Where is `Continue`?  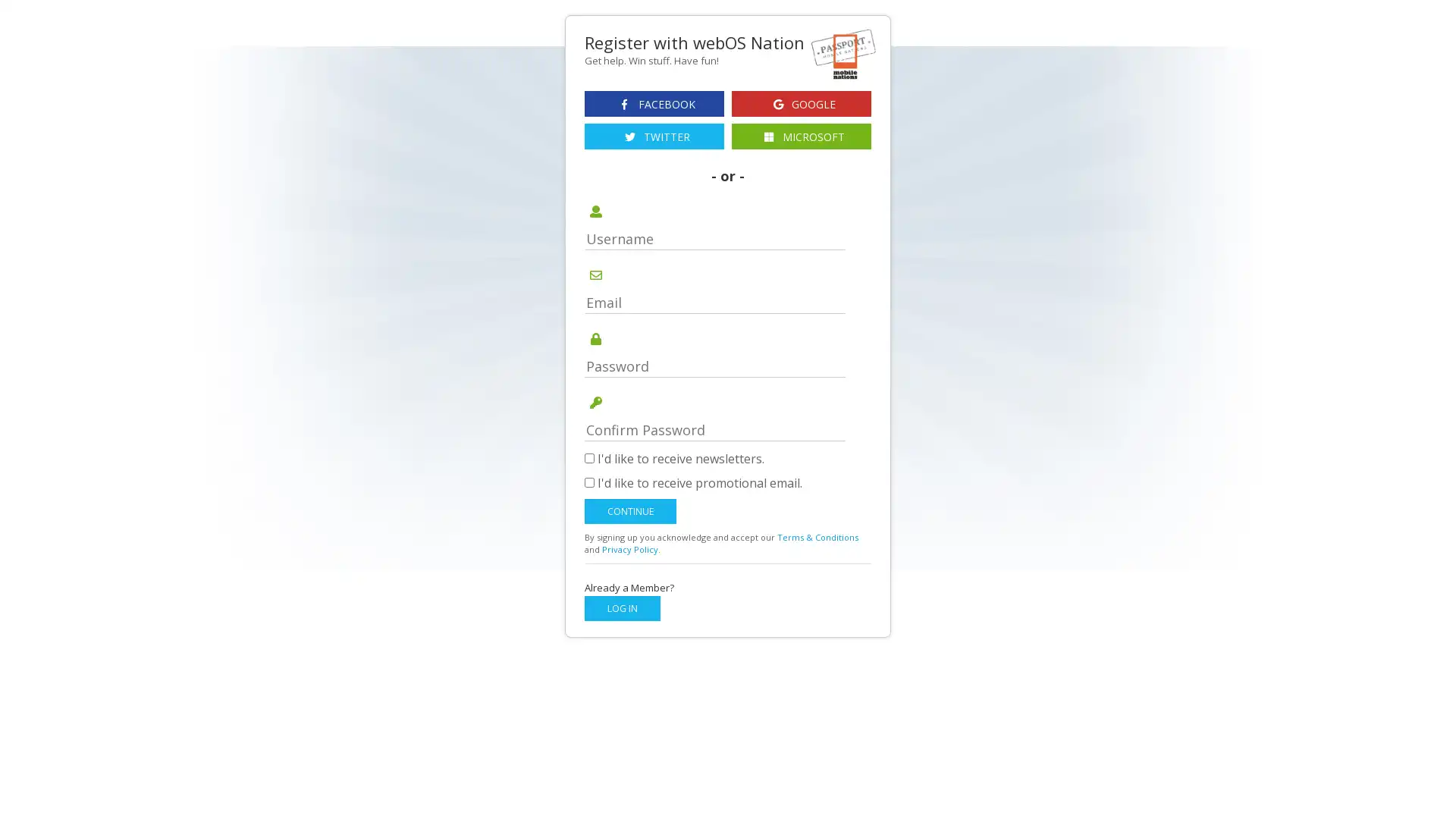
Continue is located at coordinates (630, 510).